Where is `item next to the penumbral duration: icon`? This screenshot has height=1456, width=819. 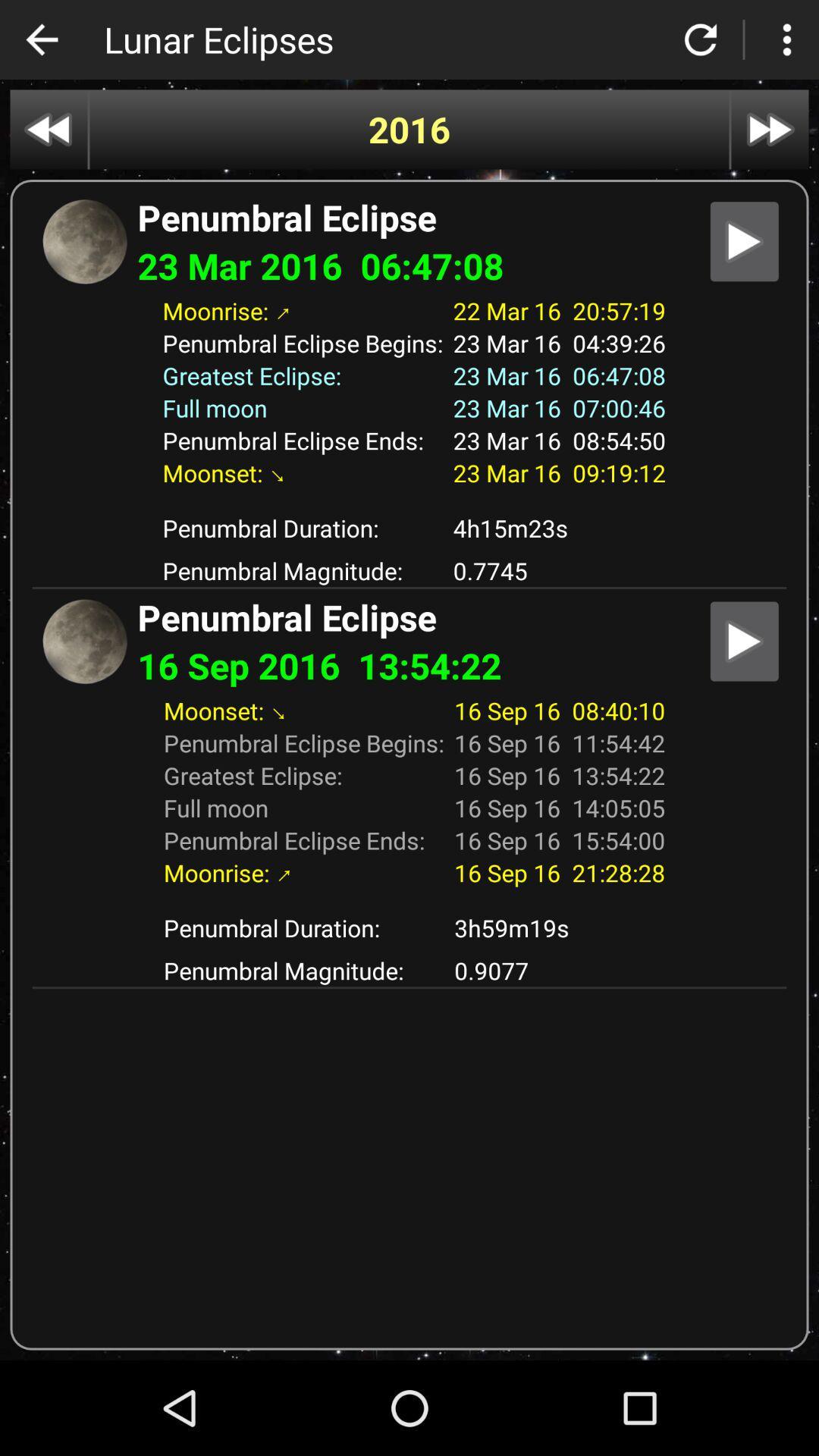
item next to the penumbral duration: icon is located at coordinates (559, 528).